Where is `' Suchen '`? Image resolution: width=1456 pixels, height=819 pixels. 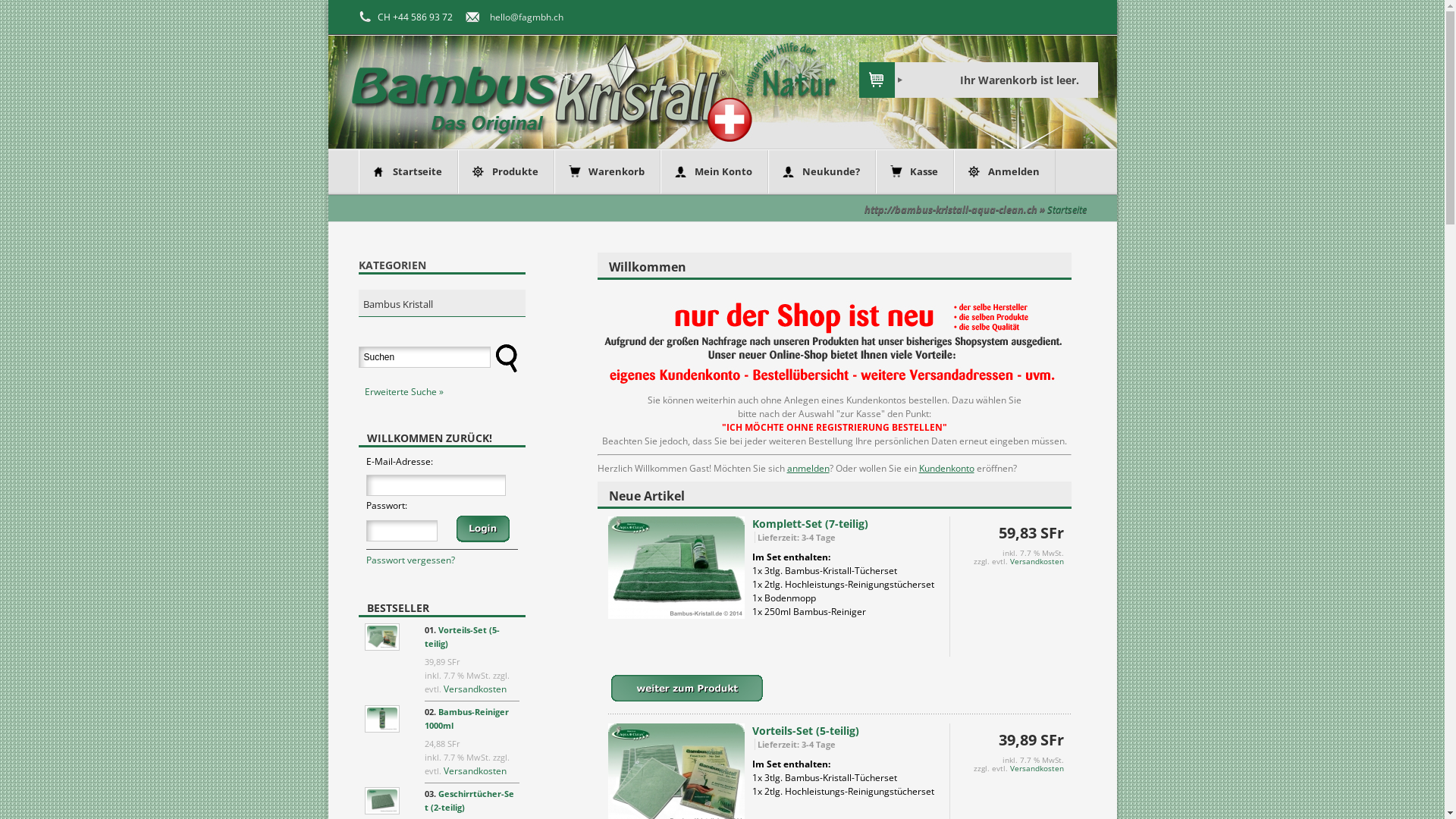 ' Suchen ' is located at coordinates (505, 358).